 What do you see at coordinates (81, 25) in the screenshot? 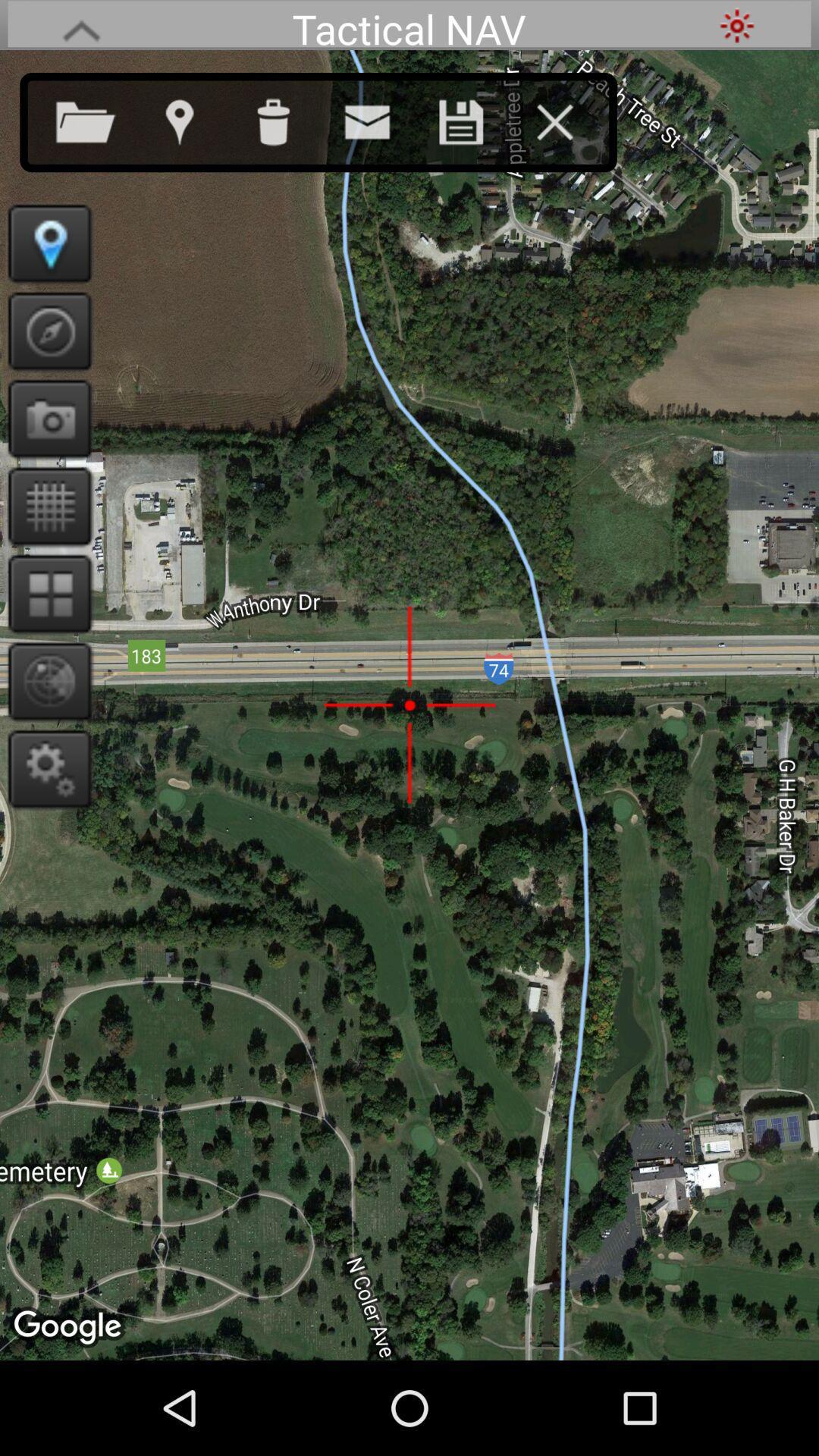
I see `hide setting bar` at bounding box center [81, 25].